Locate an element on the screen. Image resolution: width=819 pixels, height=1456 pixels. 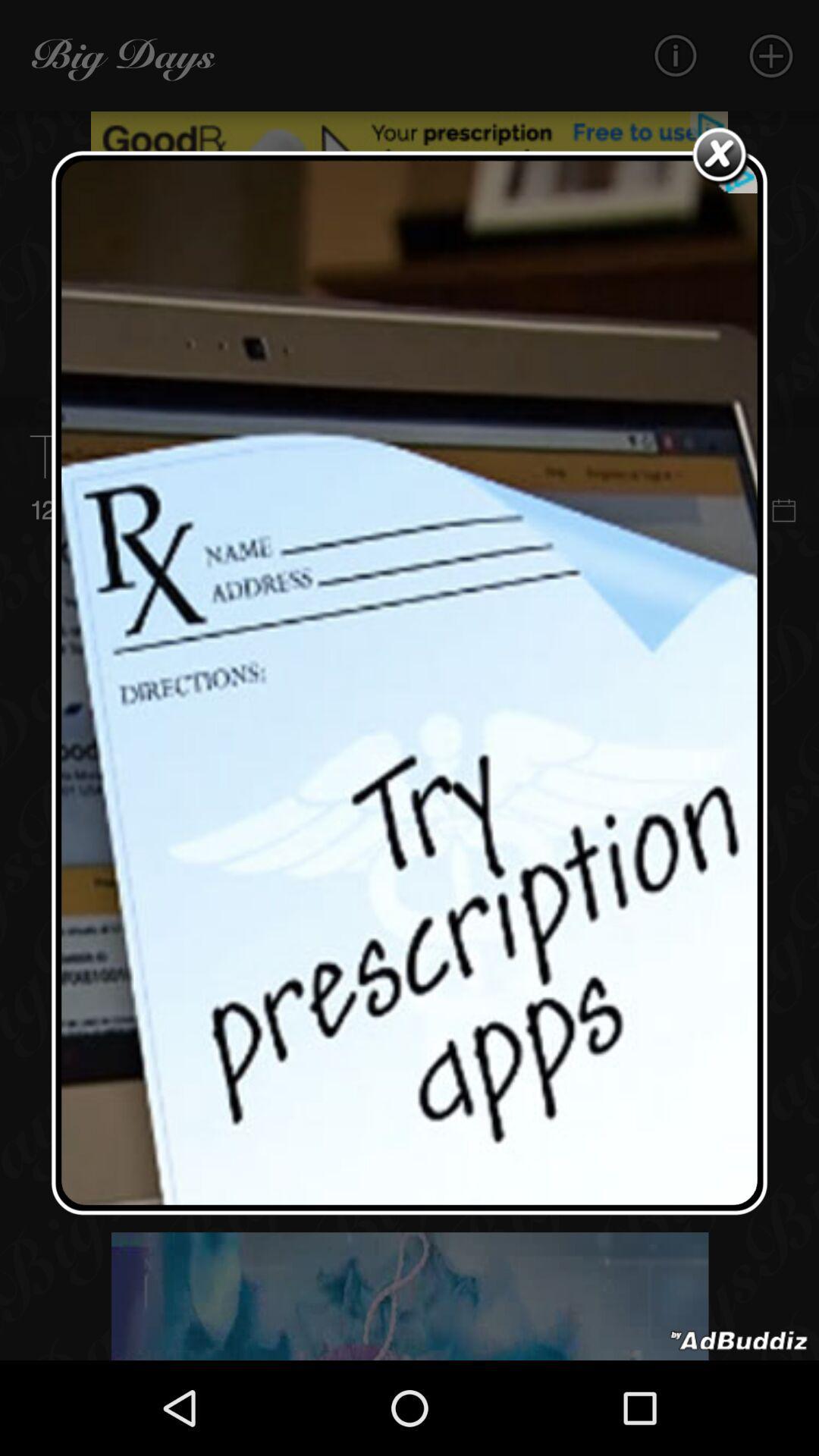
click on advertisements is located at coordinates (409, 682).